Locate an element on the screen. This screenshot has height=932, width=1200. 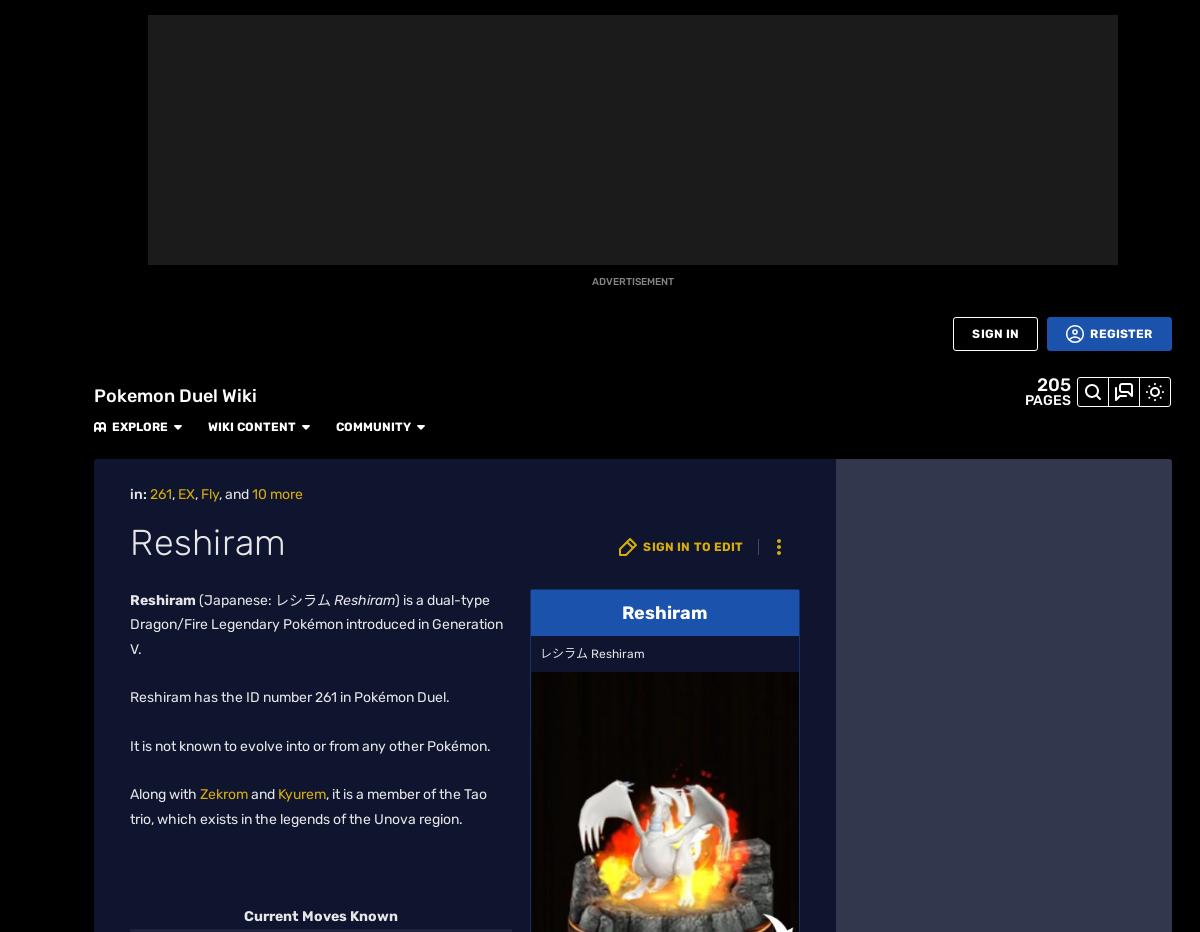
'Popular Pages' is located at coordinates (851, 70).